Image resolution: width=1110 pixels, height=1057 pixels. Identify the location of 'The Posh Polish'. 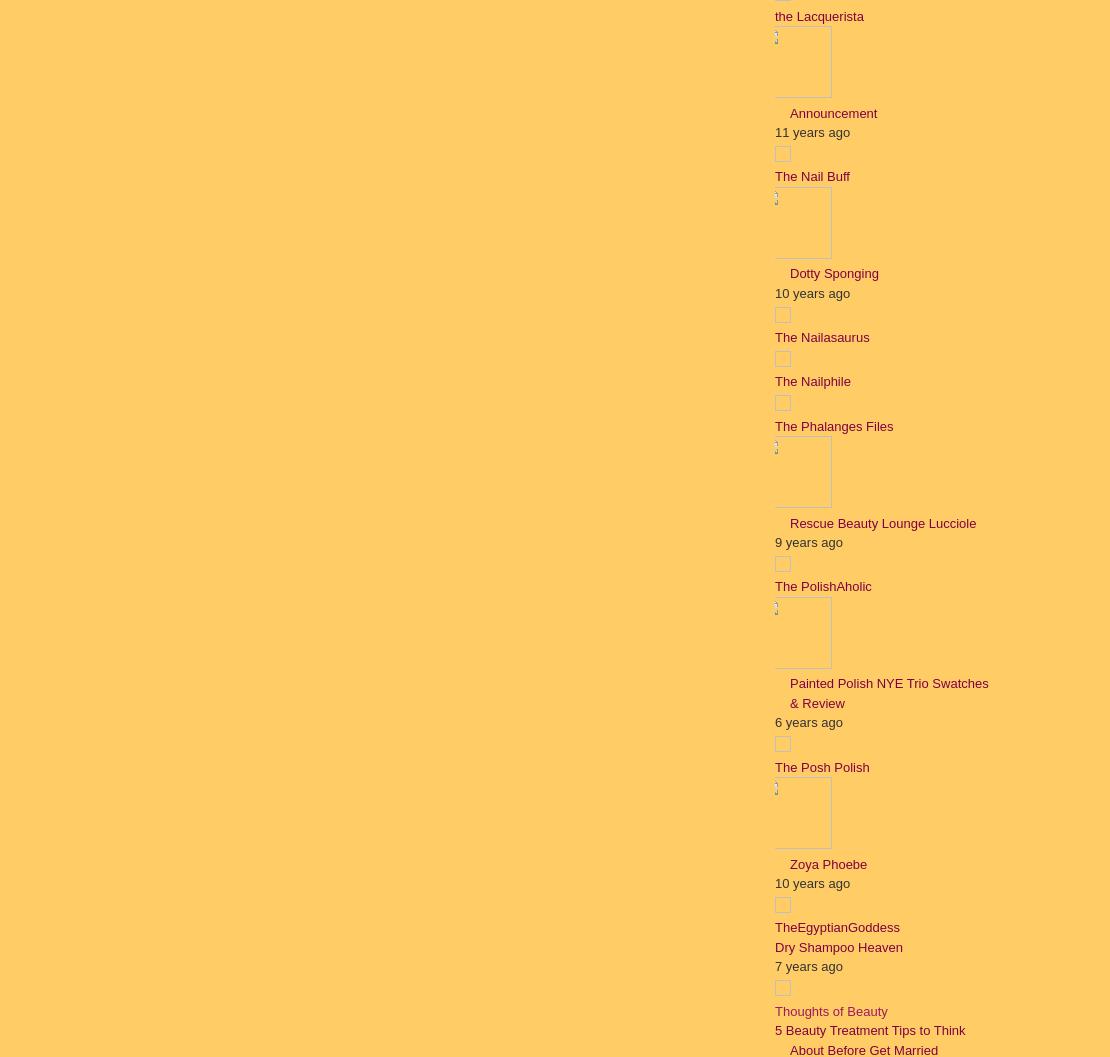
(774, 766).